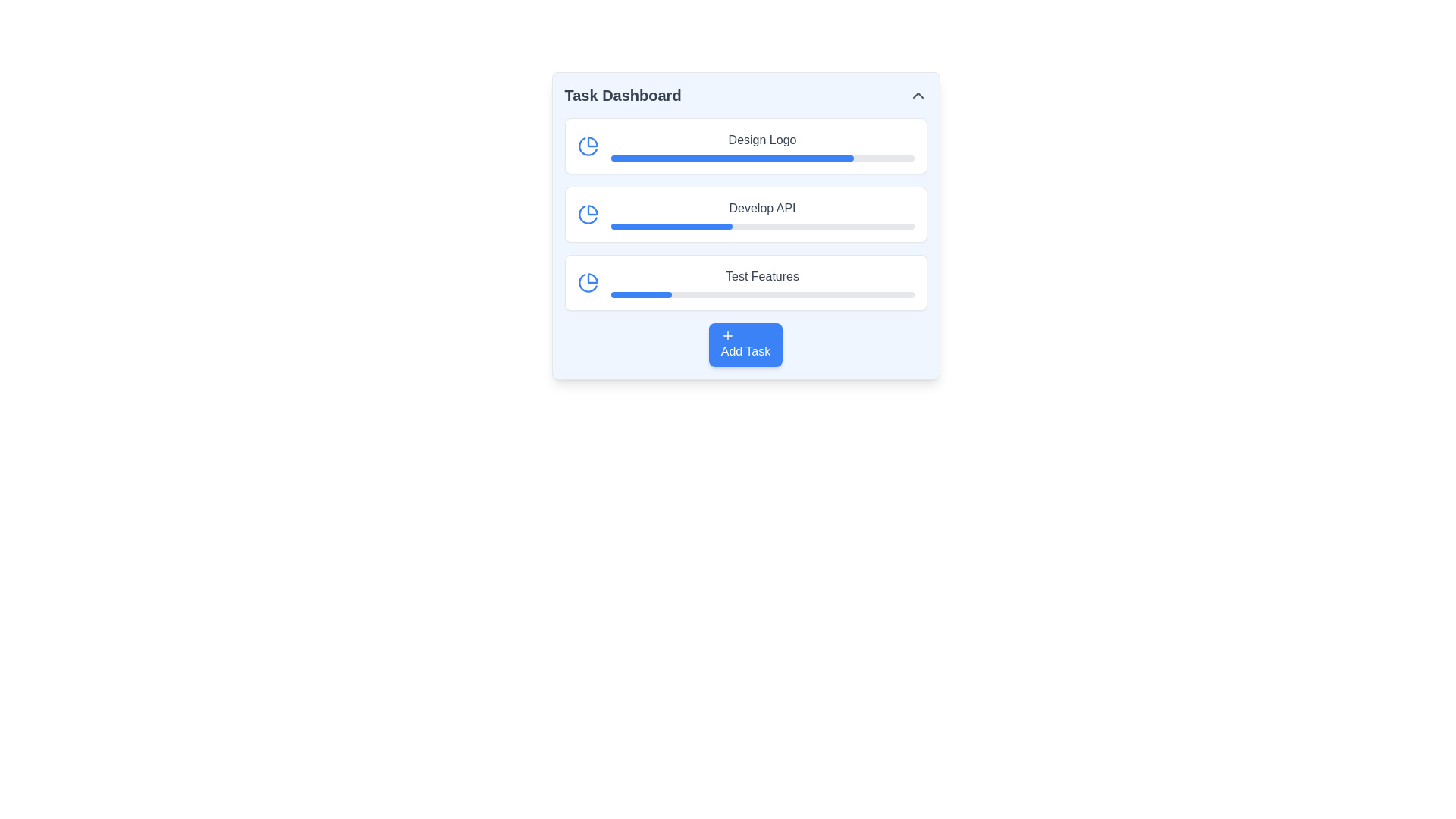 The width and height of the screenshot is (1456, 819). What do you see at coordinates (745, 214) in the screenshot?
I see `task titles from the list of progress tasks, which includes 'Design Logo', 'Develop API', and 'Test Features', located within the 'Task Dashboard' section` at bounding box center [745, 214].